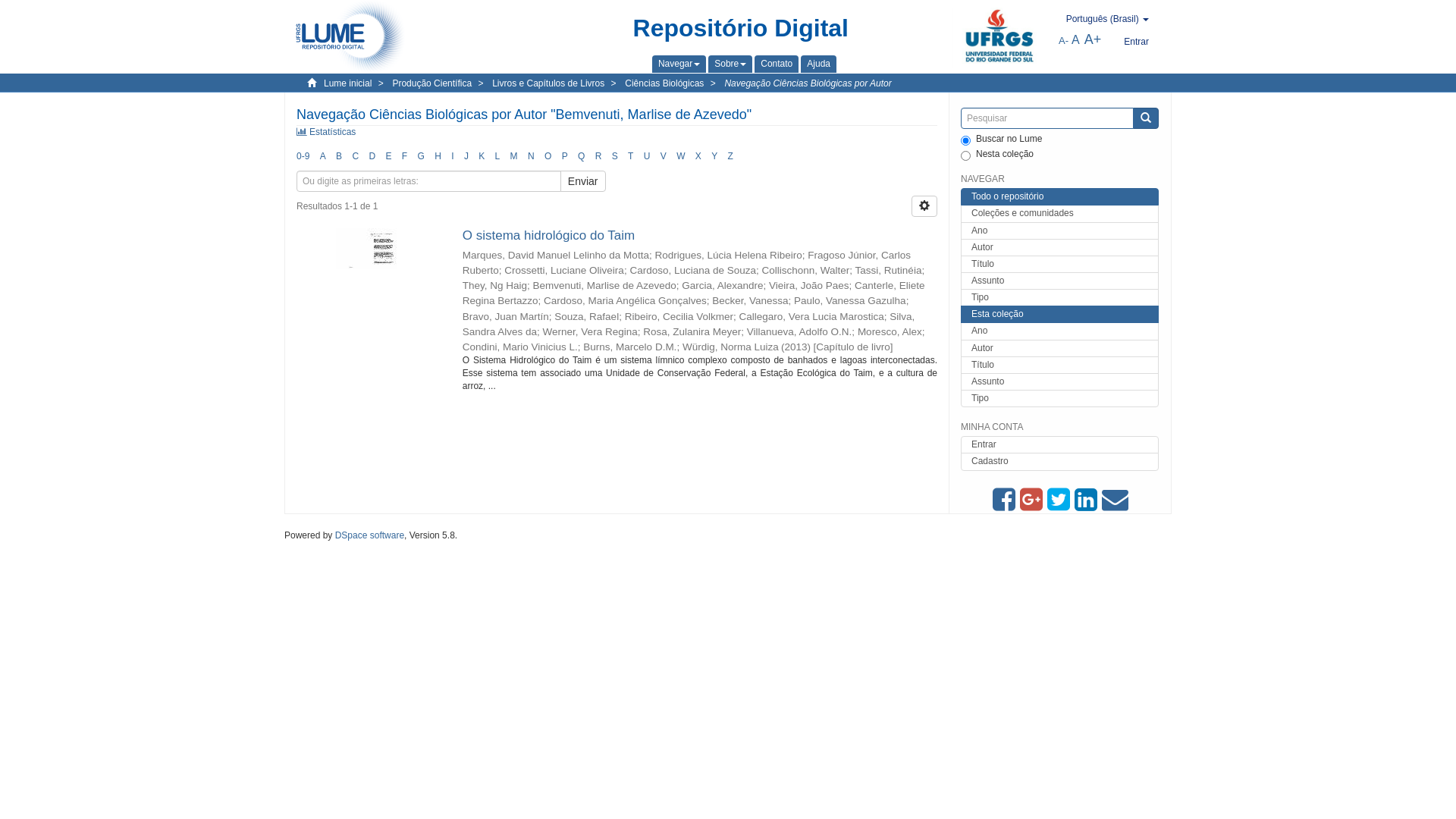  Describe the element at coordinates (1006, 500) in the screenshot. I see `'Compartilhe no Facebook'` at that location.